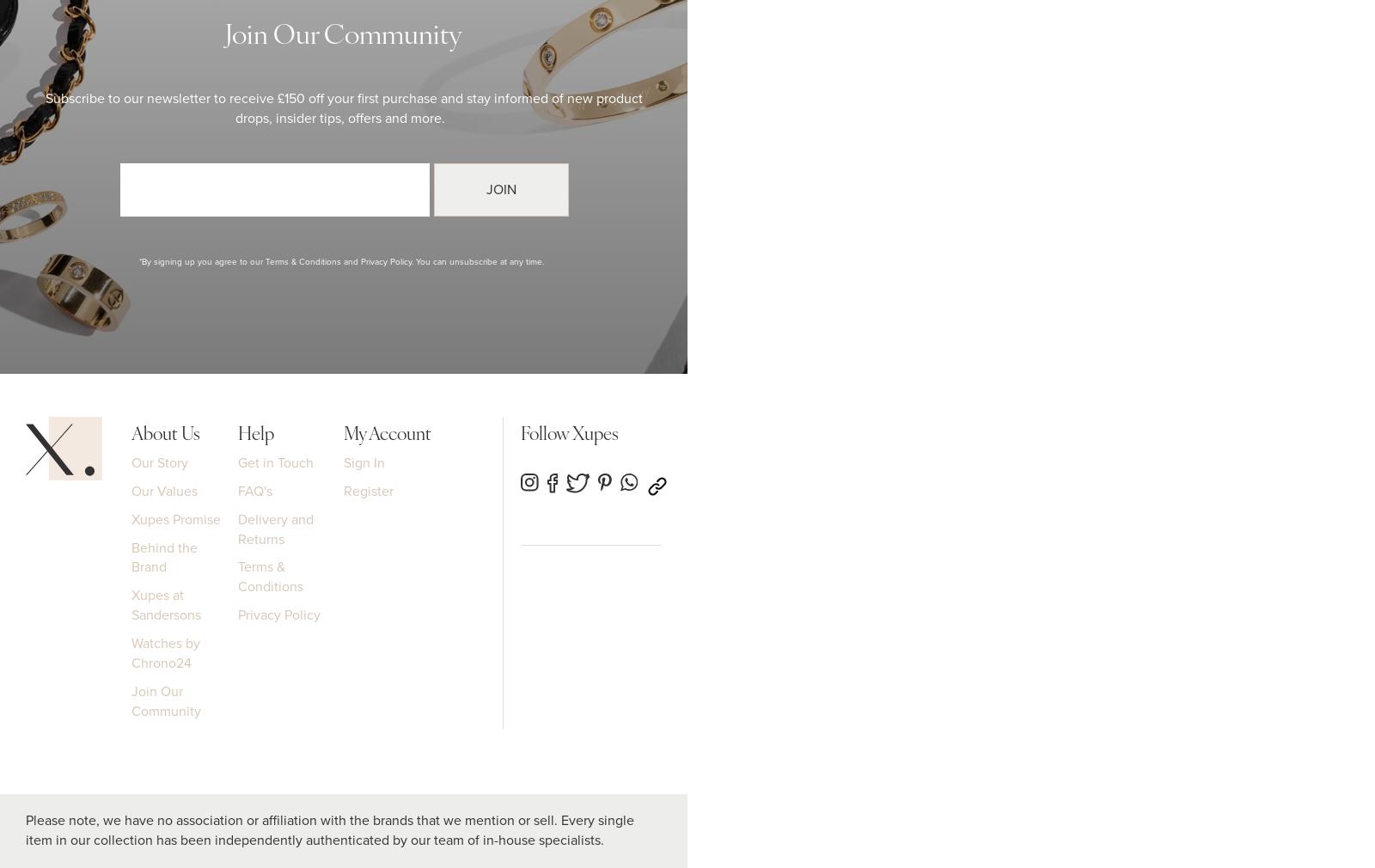 The height and width of the screenshot is (868, 1375). Describe the element at coordinates (237, 576) in the screenshot. I see `'Terms & Conditions'` at that location.